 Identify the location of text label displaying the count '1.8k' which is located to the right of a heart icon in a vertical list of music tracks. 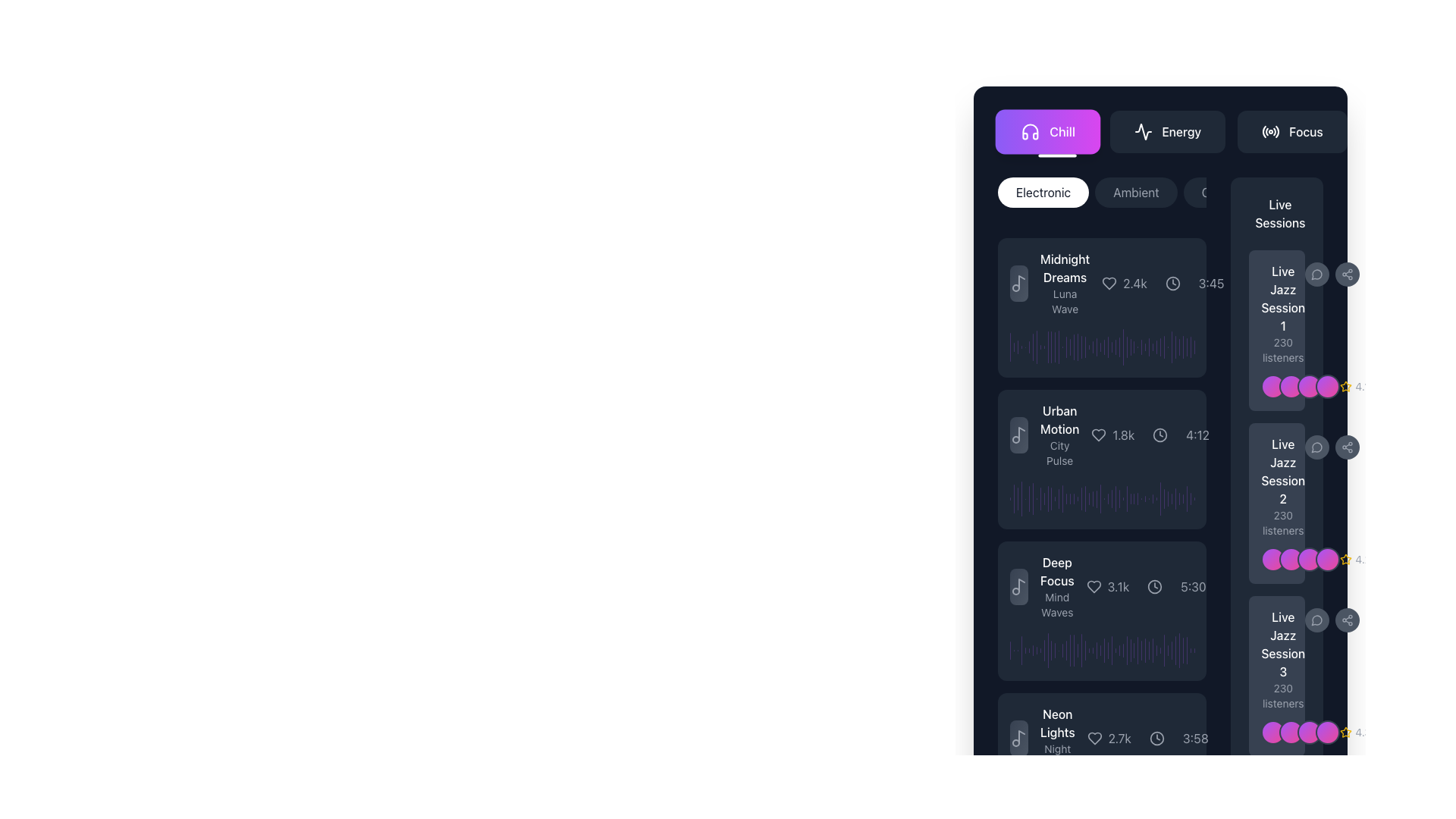
(1123, 435).